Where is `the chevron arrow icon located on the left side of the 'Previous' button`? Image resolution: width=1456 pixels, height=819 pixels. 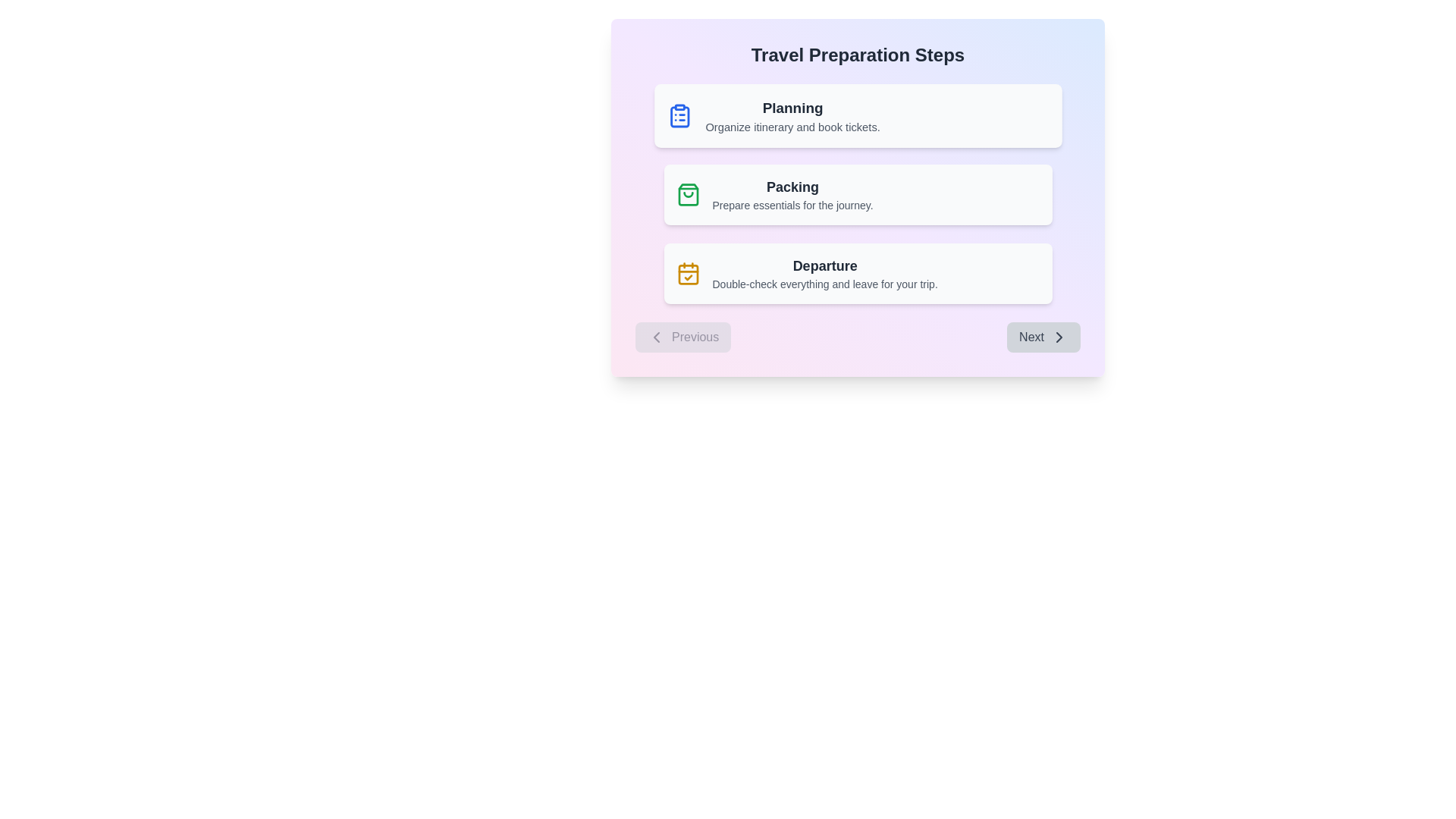 the chevron arrow icon located on the left side of the 'Previous' button is located at coordinates (656, 336).